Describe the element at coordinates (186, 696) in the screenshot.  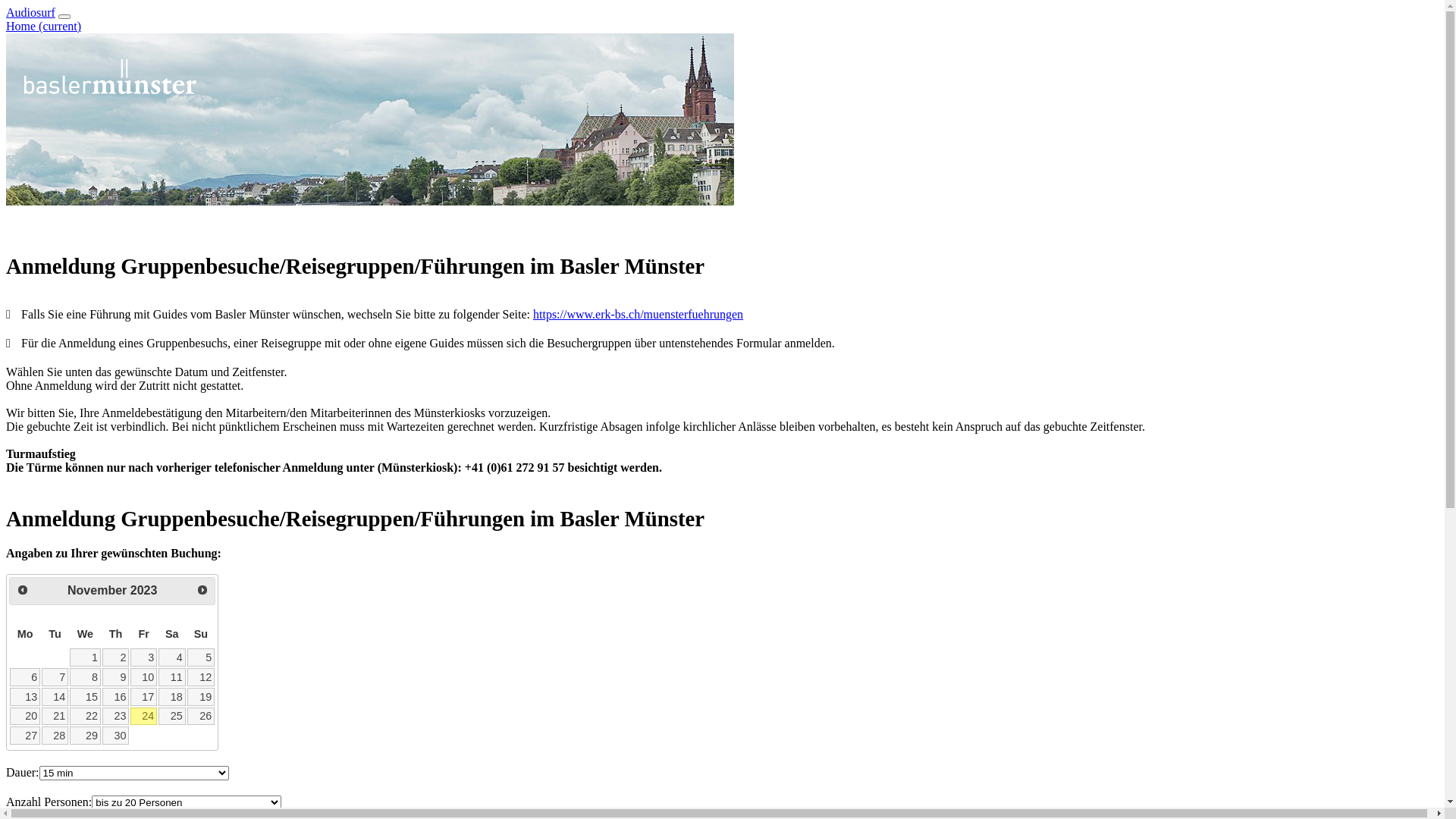
I see `'19'` at that location.